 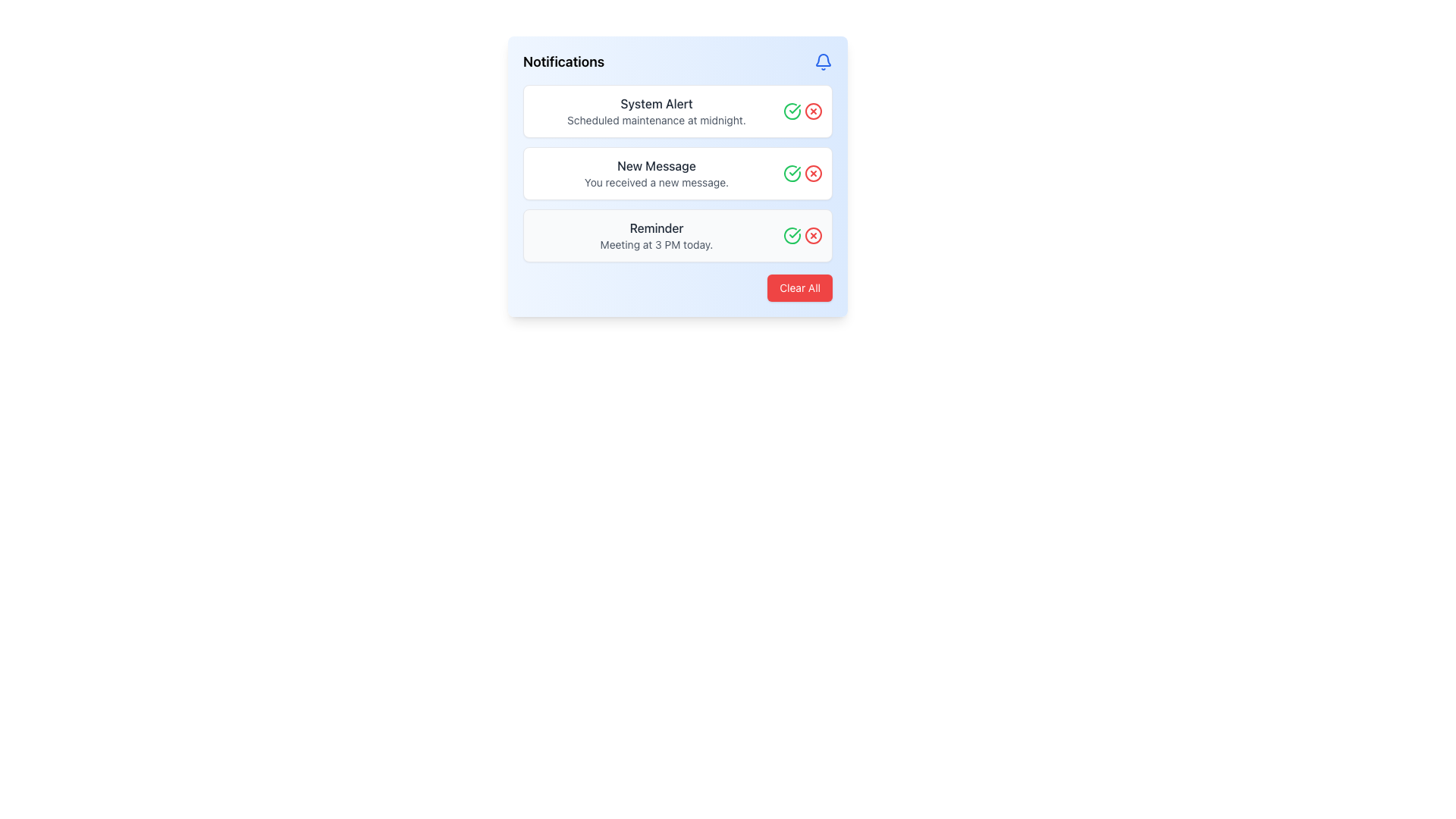 What do you see at coordinates (822, 59) in the screenshot?
I see `the bell icon in the top right corner of the notification panel, adjacent to the title 'Notifications'` at bounding box center [822, 59].